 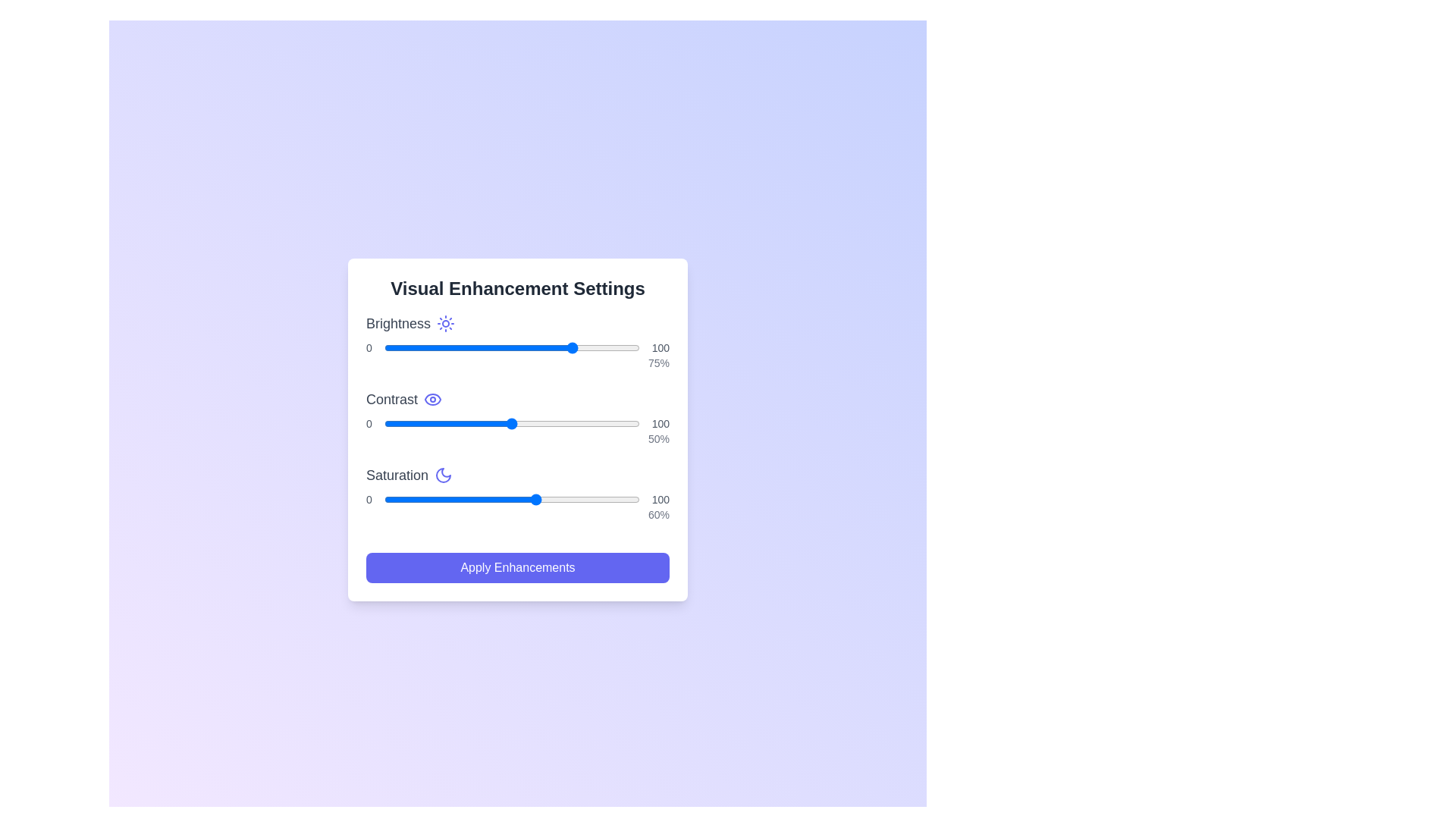 What do you see at coordinates (575, 348) in the screenshot?
I see `the brightness slider to set the brightness level to 75` at bounding box center [575, 348].